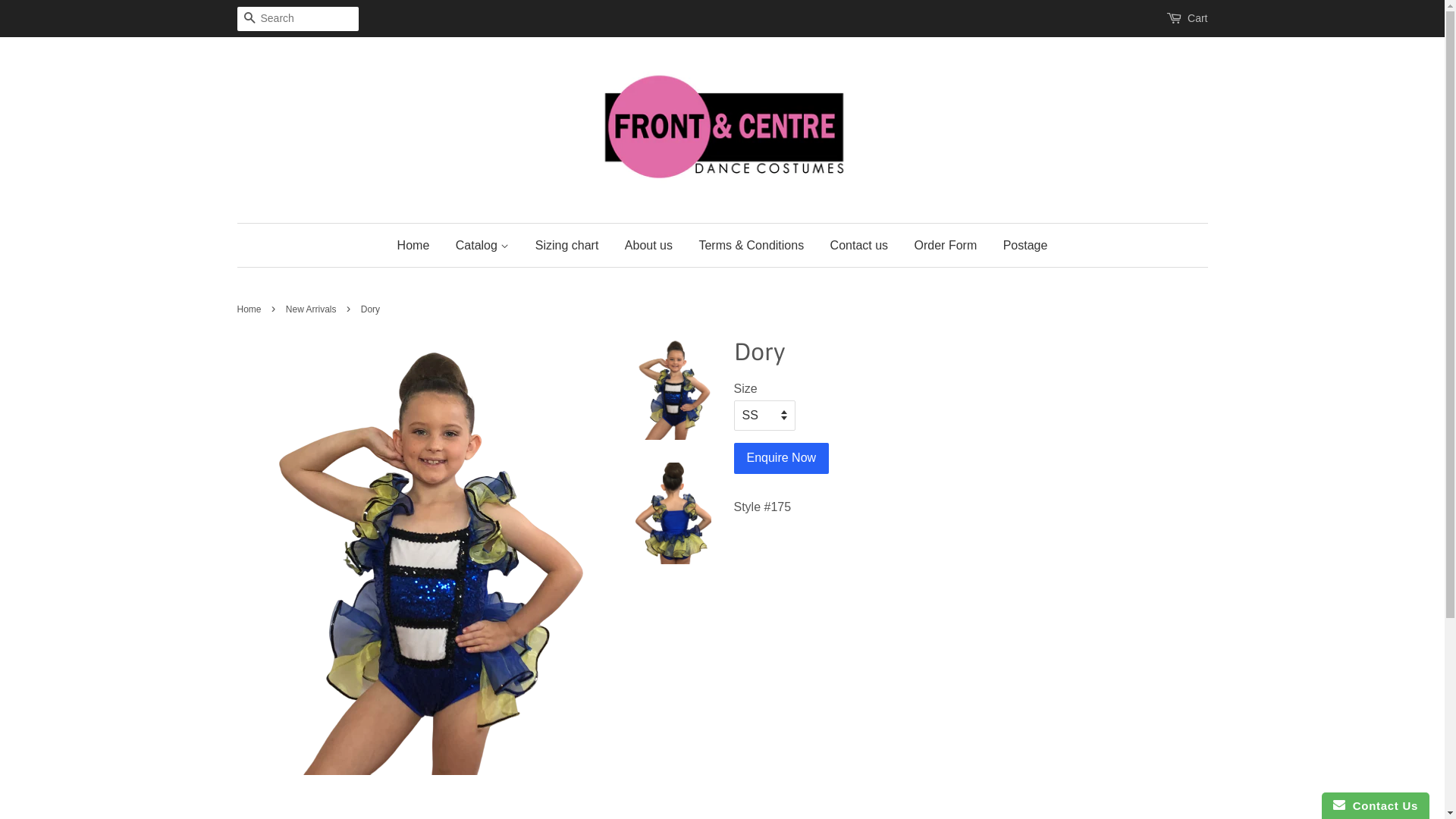  Describe the element at coordinates (1197, 18) in the screenshot. I see `'Cart'` at that location.